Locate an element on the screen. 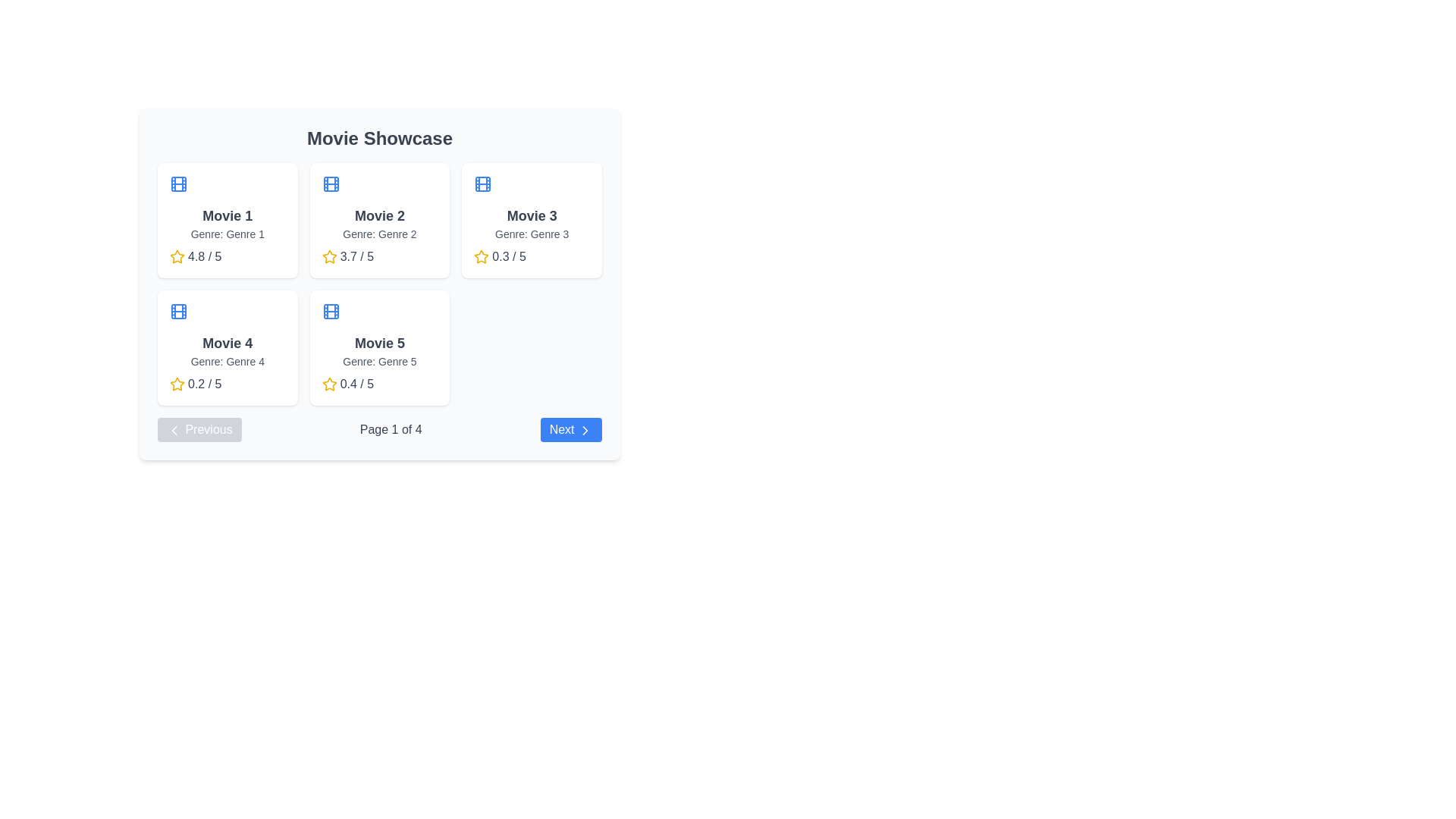 The image size is (1456, 819). the 'Next' button, which is a rectangular button with rounded corners, blue background, and white text is located at coordinates (570, 430).